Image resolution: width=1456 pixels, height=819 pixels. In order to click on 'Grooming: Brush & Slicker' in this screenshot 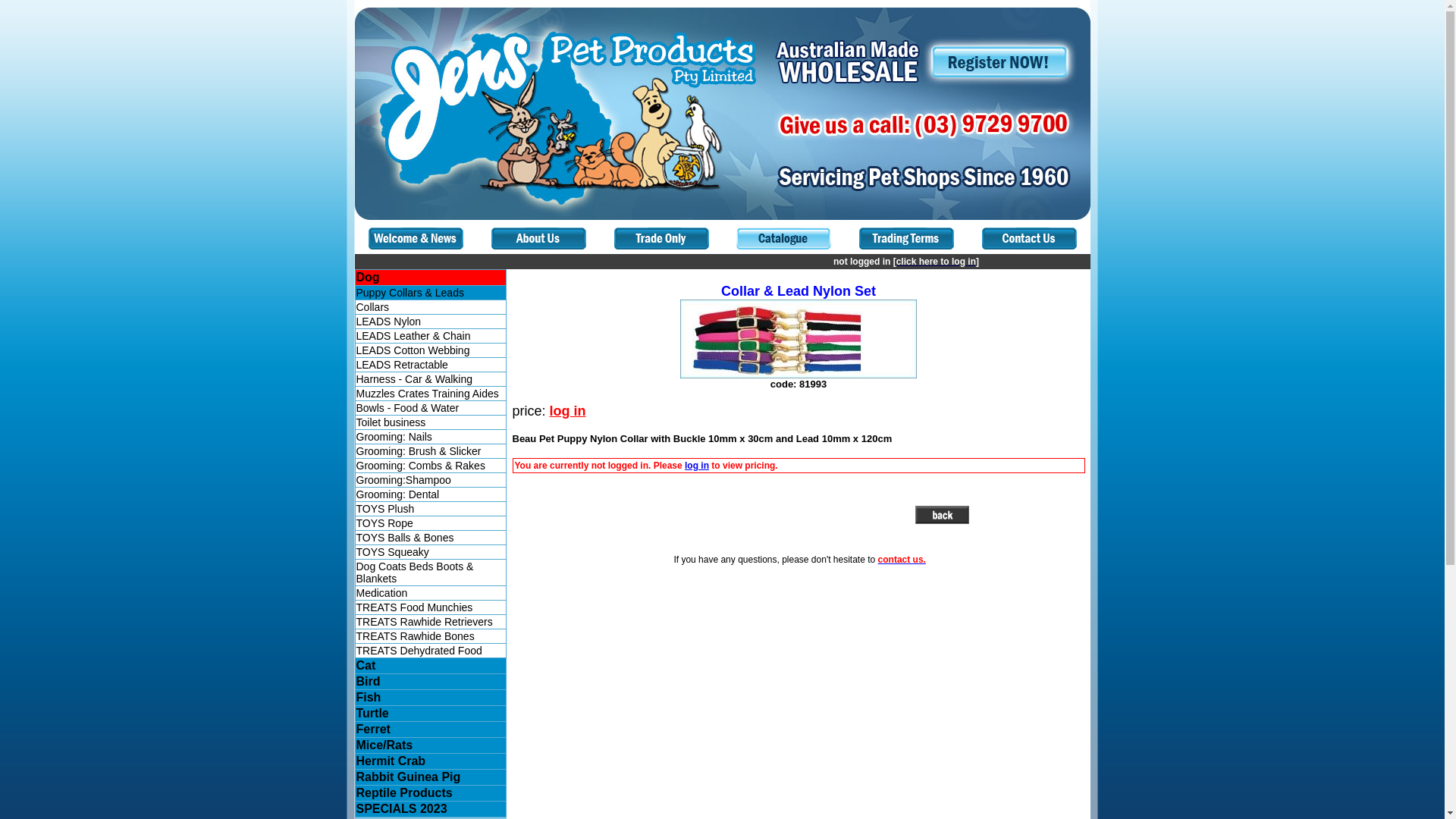, I will do `click(419, 450)`.